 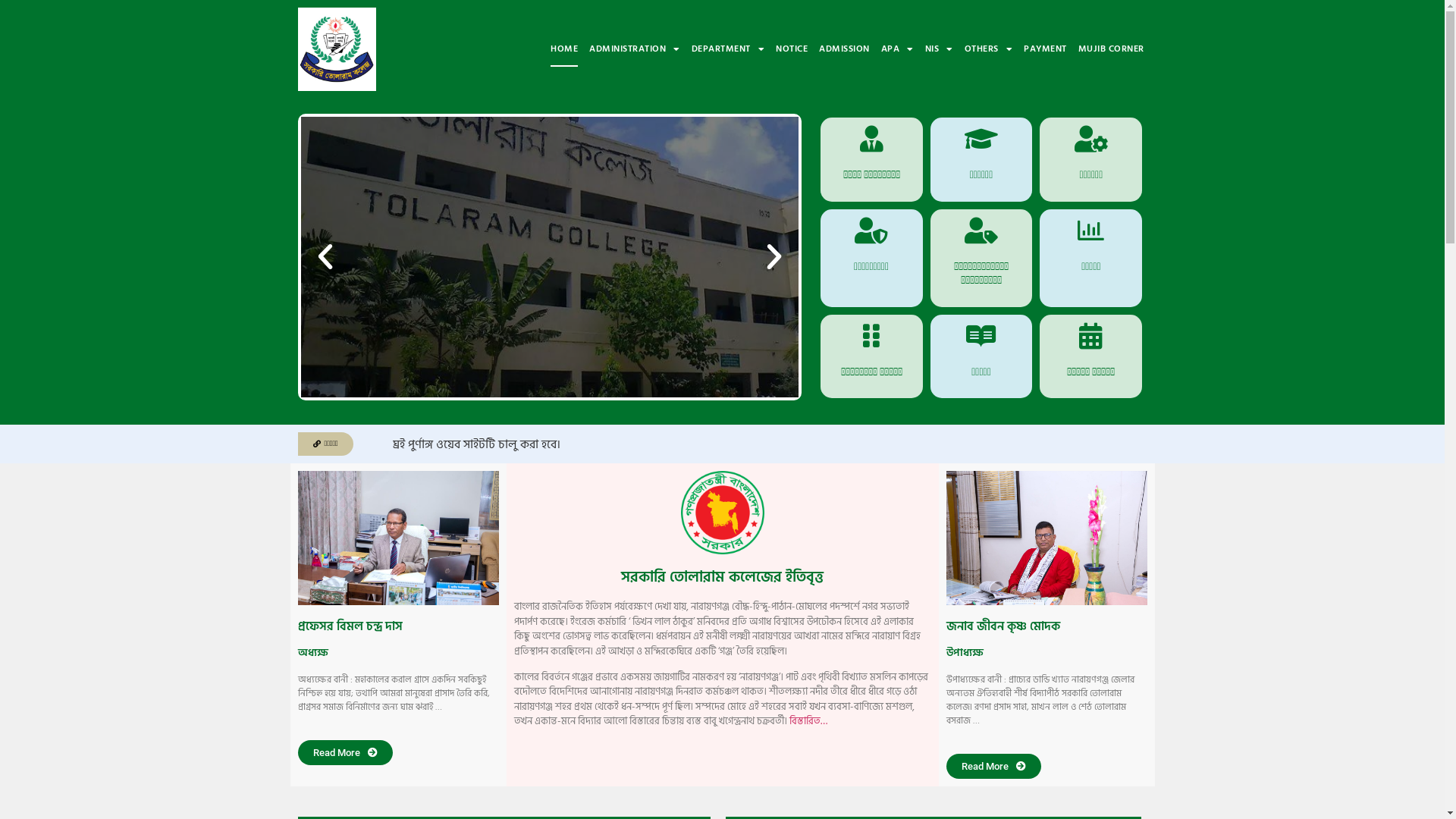 I want to click on 'MUJIB CORNER', so click(x=1111, y=49).